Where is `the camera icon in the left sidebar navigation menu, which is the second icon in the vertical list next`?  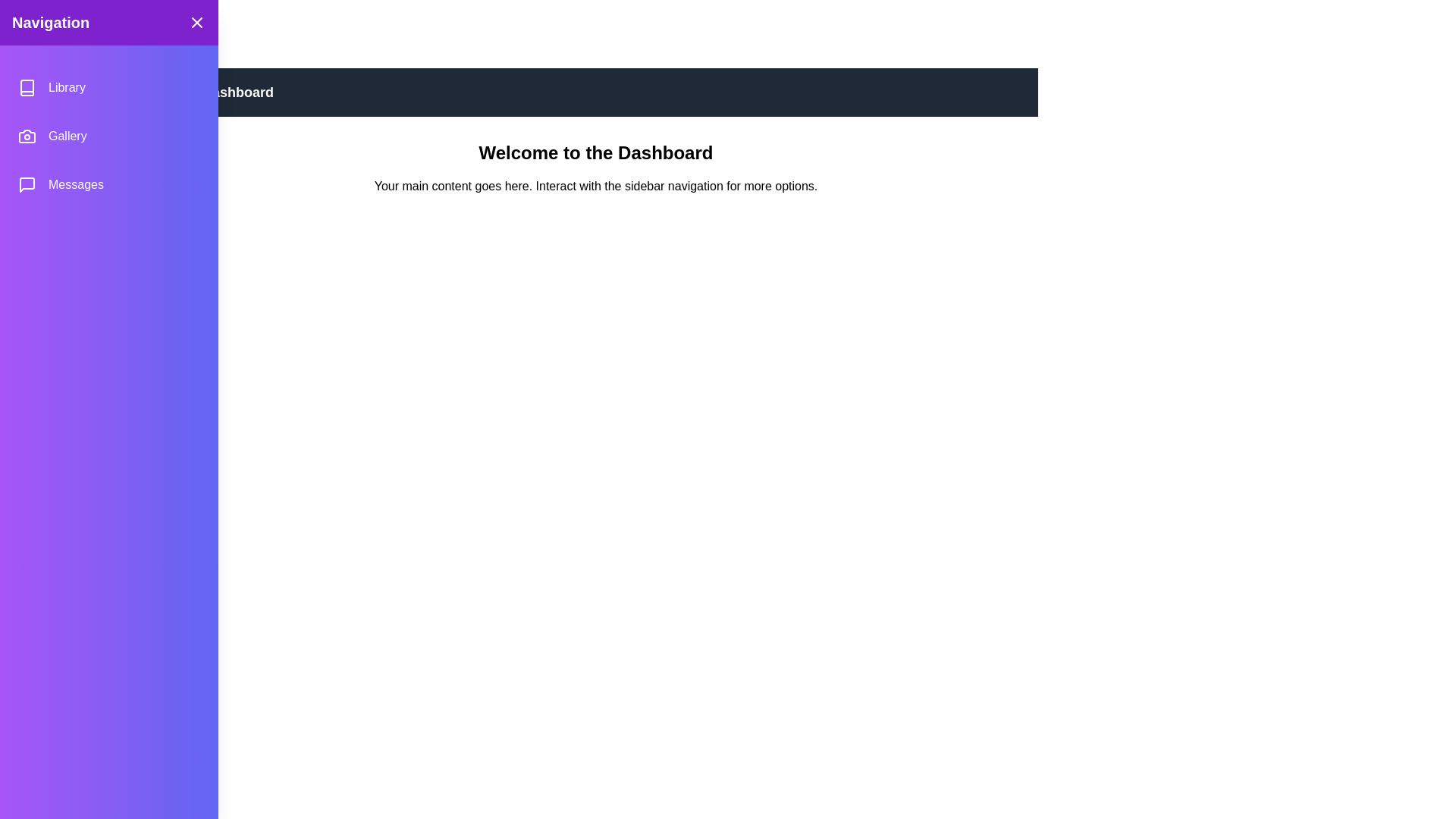
the camera icon in the left sidebar navigation menu, which is the second icon in the vertical list next is located at coordinates (27, 136).